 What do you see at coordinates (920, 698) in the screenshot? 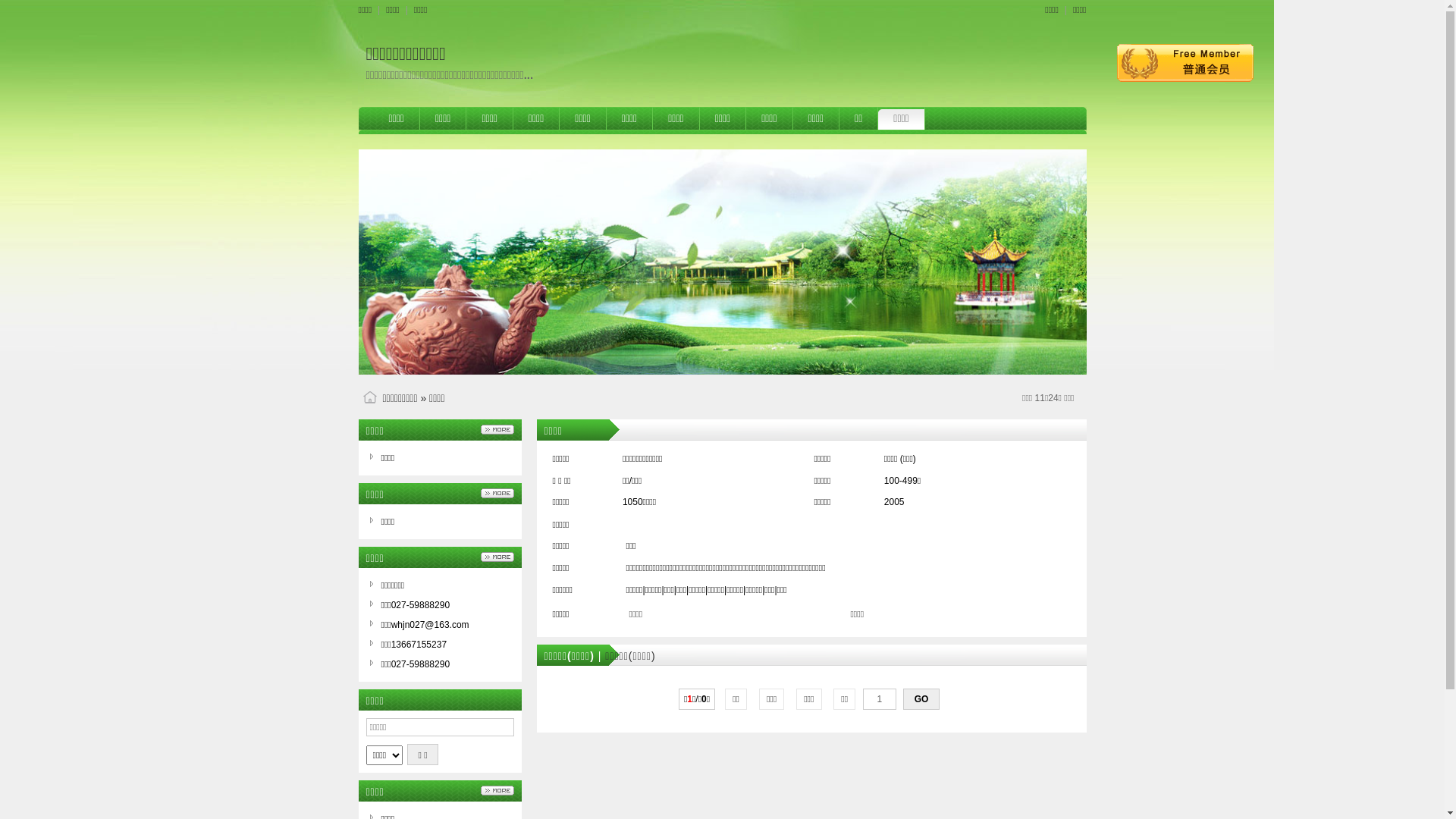
I see `'GO'` at bounding box center [920, 698].